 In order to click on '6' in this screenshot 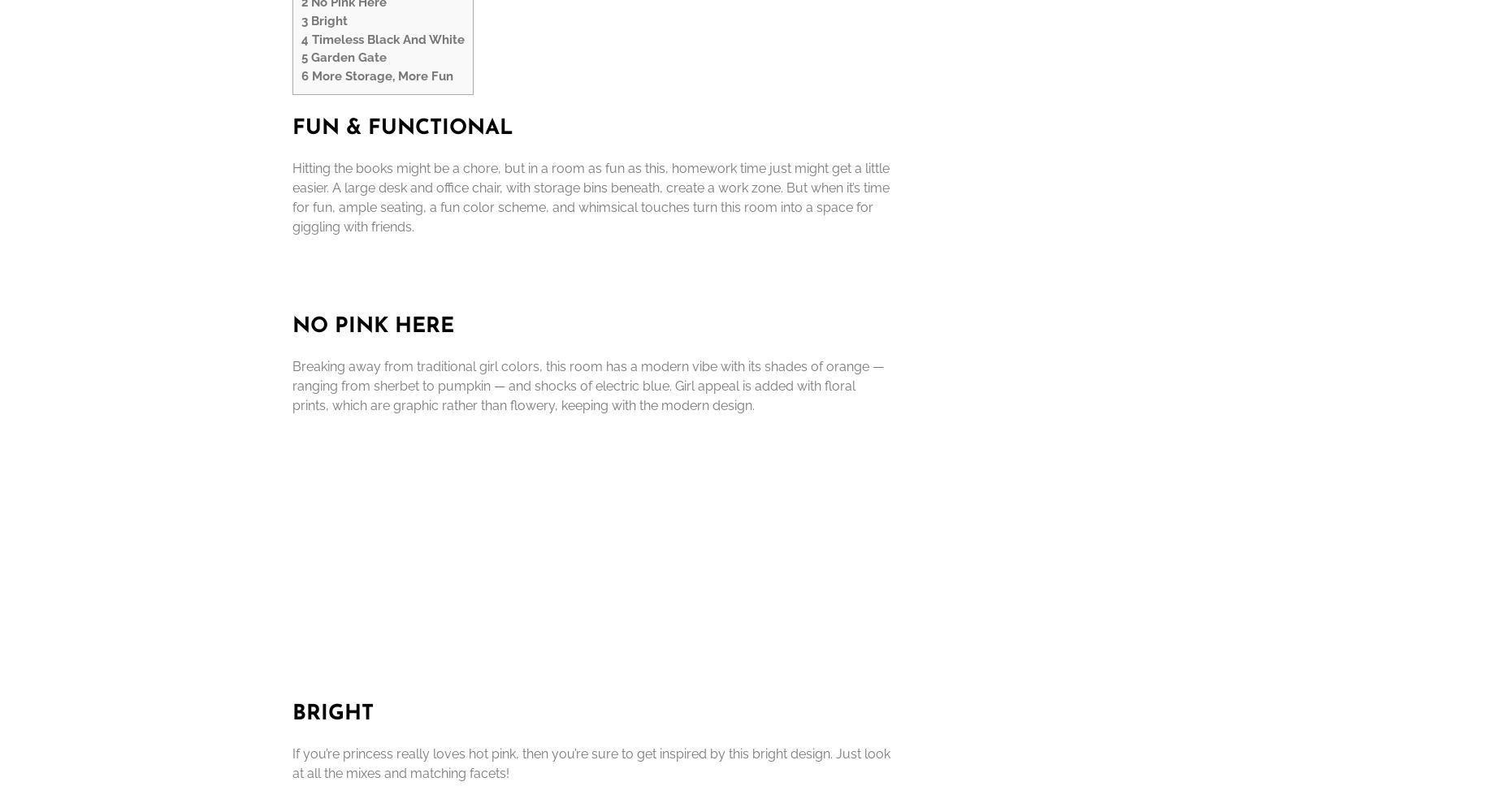, I will do `click(304, 76)`.